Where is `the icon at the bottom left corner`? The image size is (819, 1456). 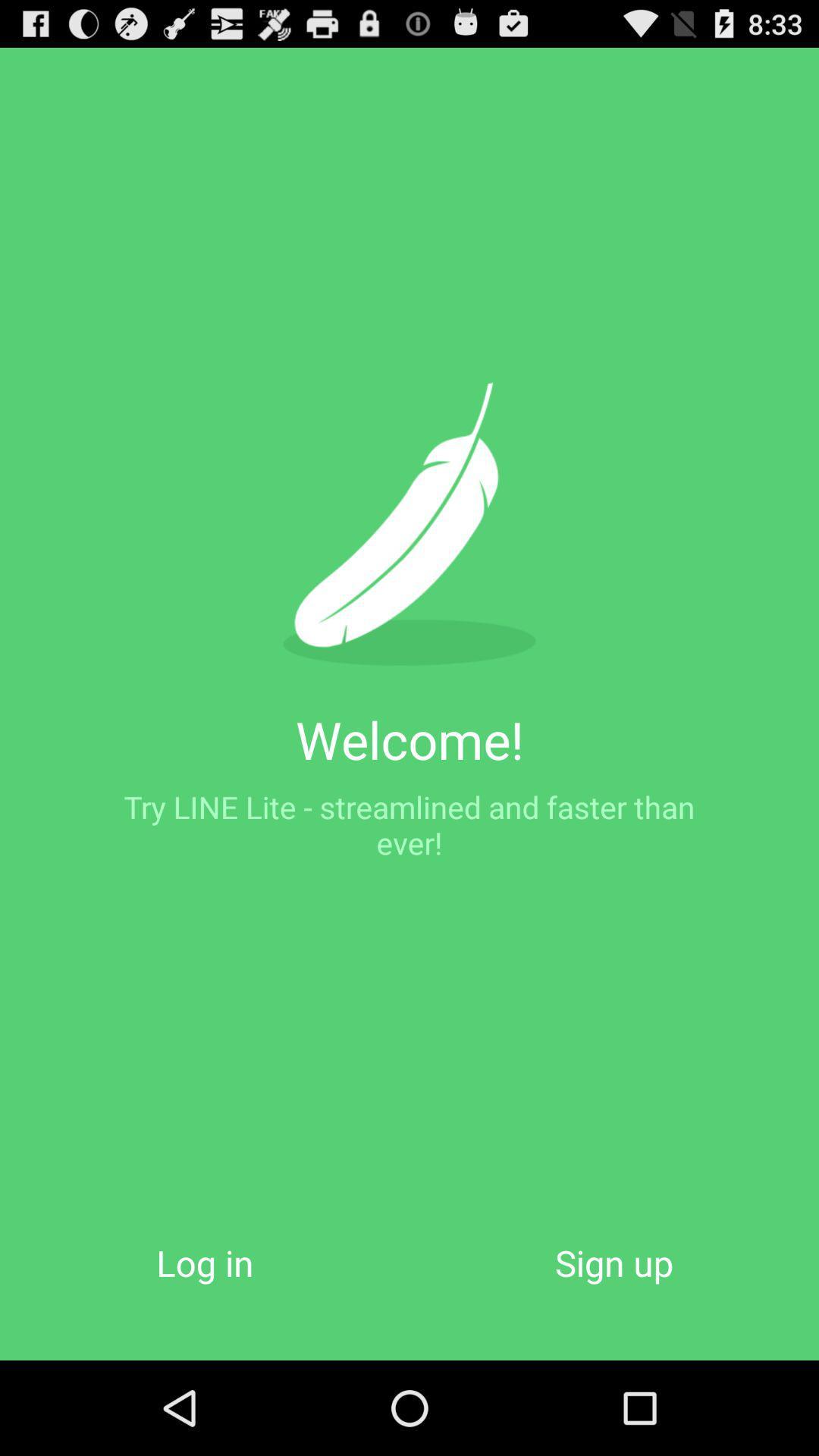 the icon at the bottom left corner is located at coordinates (205, 1263).